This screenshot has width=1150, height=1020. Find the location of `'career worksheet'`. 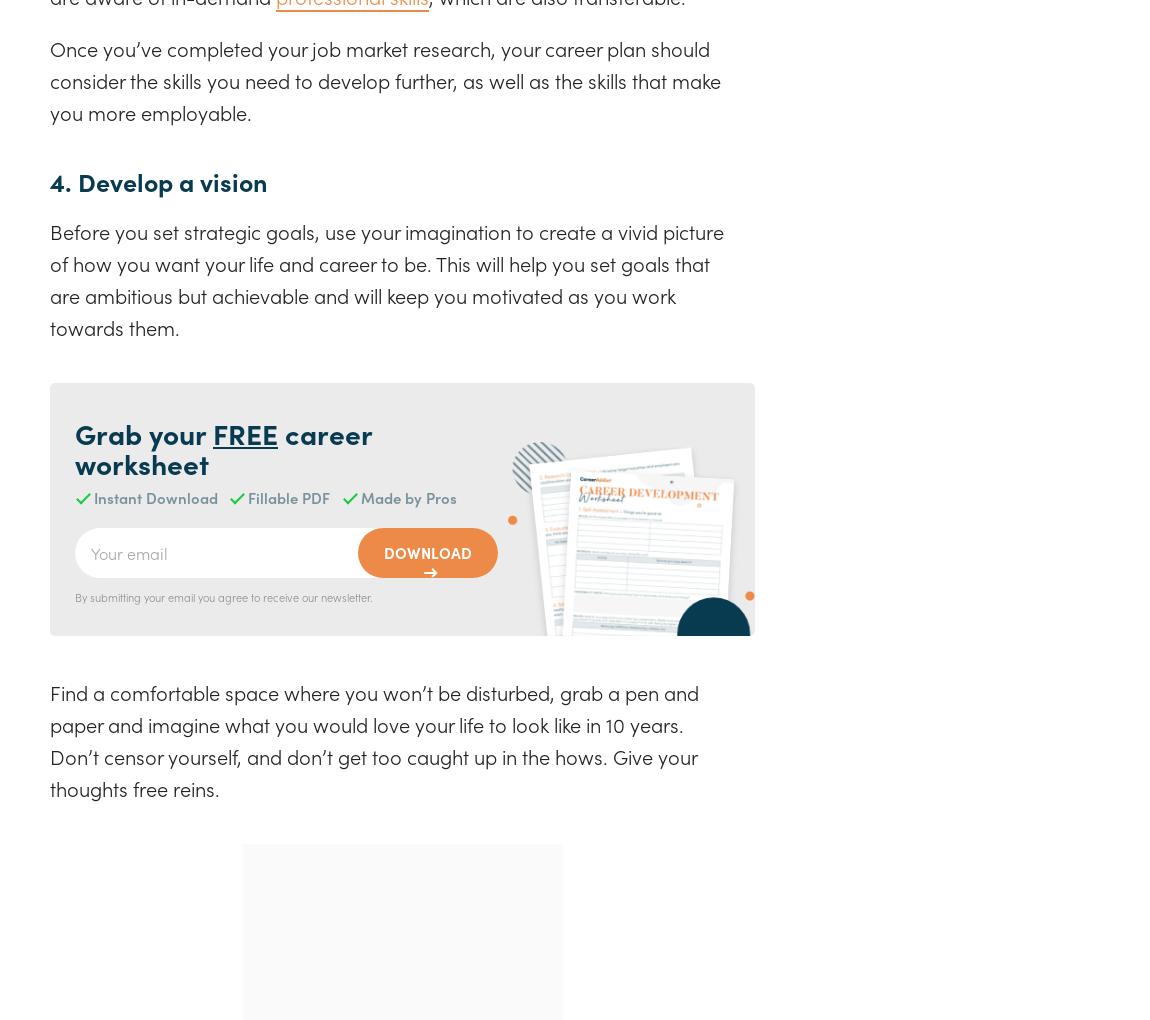

'career worksheet' is located at coordinates (222, 446).